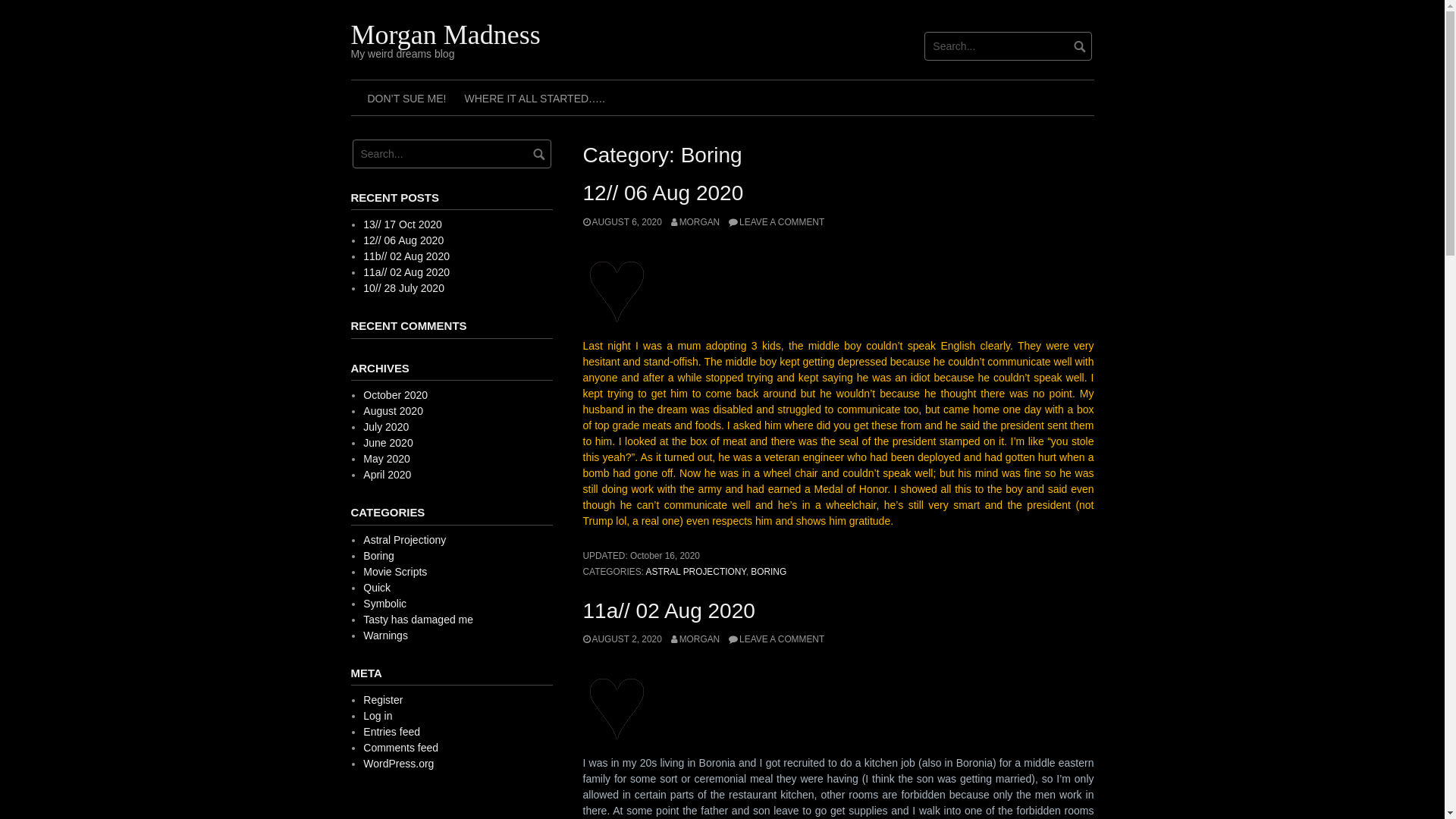  Describe the element at coordinates (695, 222) in the screenshot. I see `'MORGAN'` at that location.